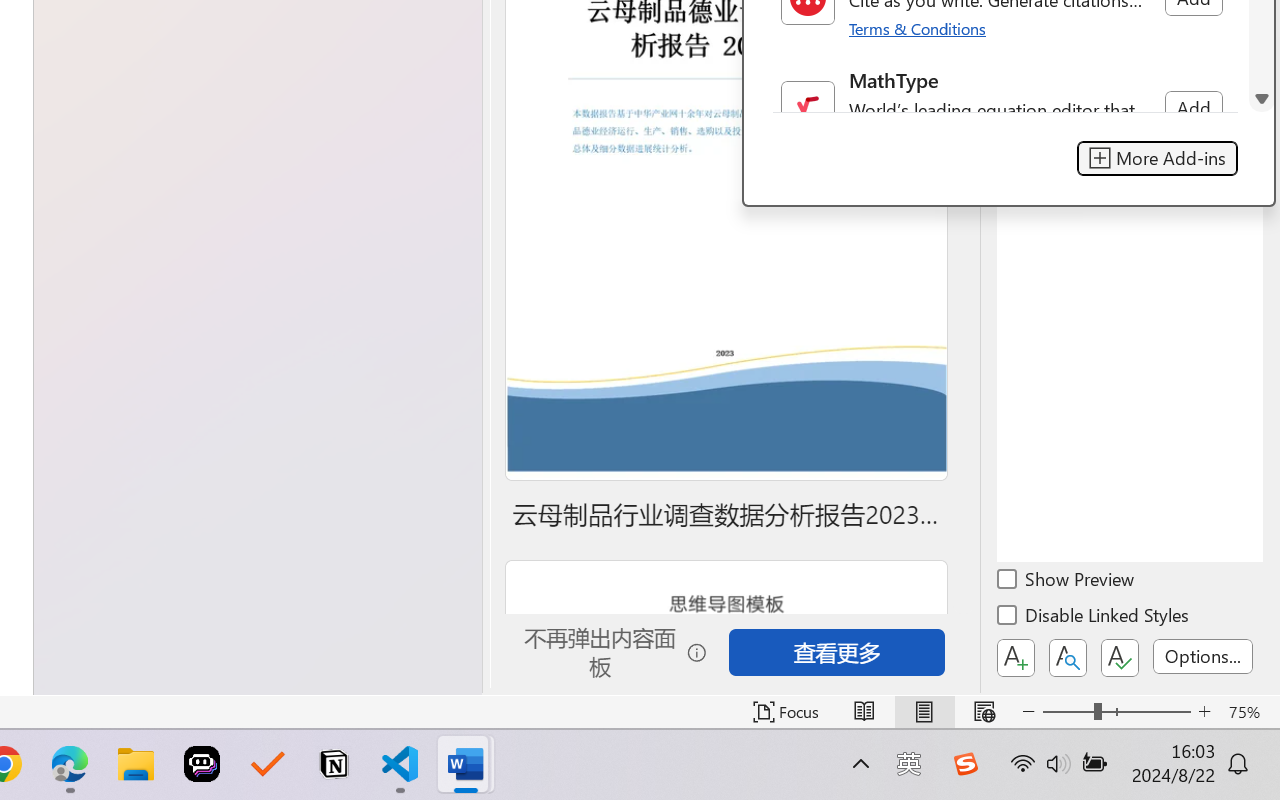  I want to click on 'Add', so click(1193, 107).